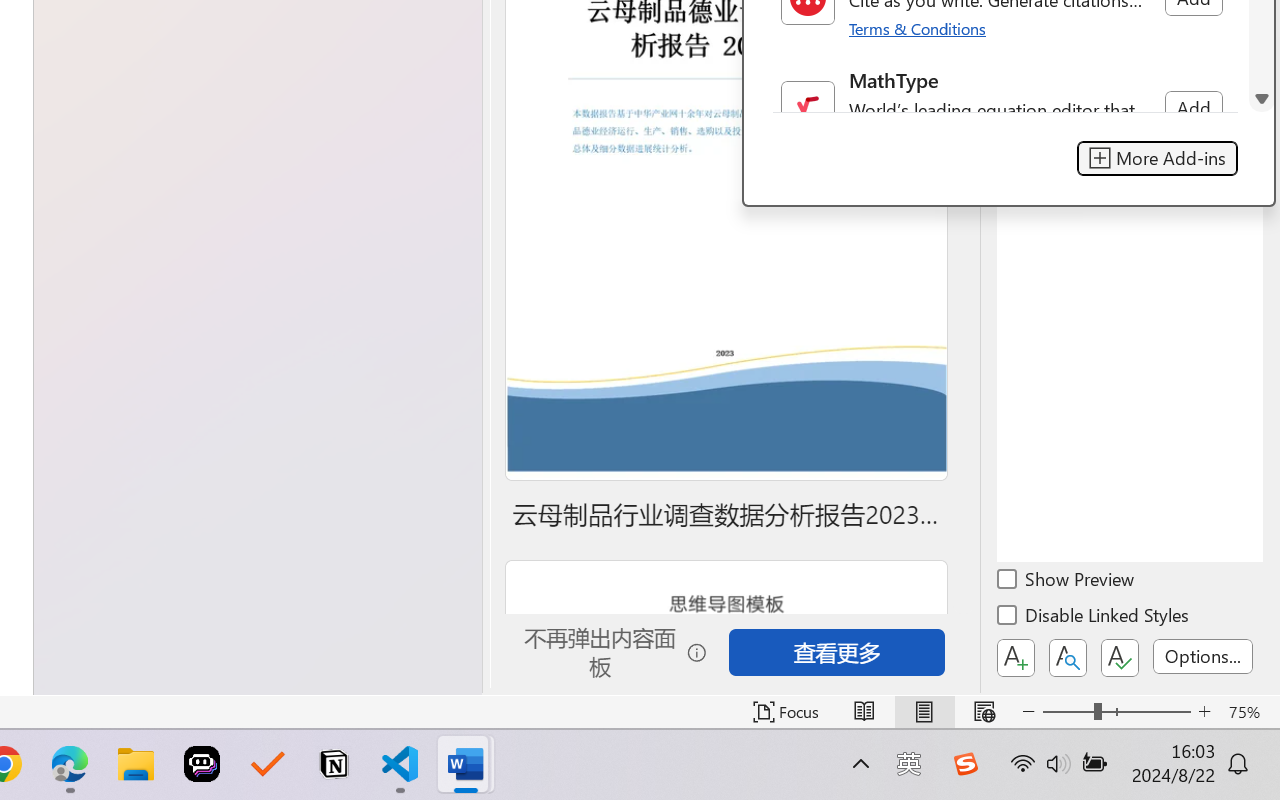  I want to click on 'Add', so click(1193, 107).